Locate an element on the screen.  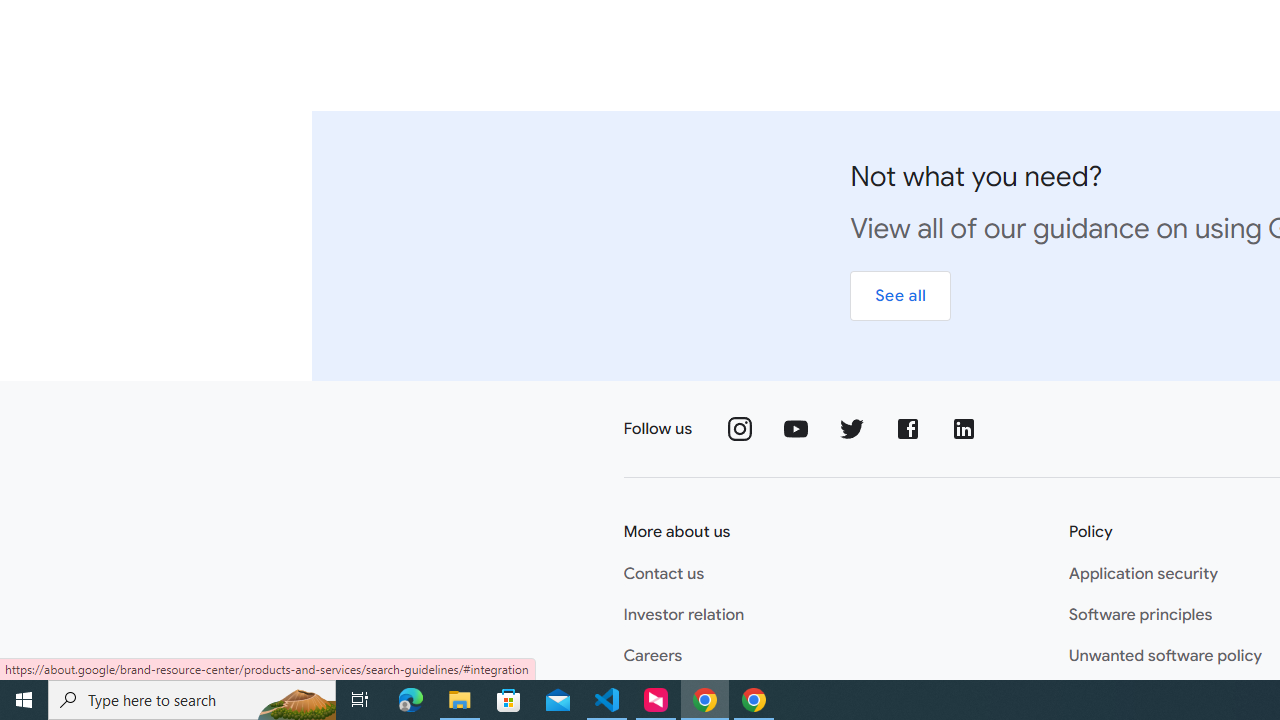
'Unwanted software policy' is located at coordinates (1165, 656).